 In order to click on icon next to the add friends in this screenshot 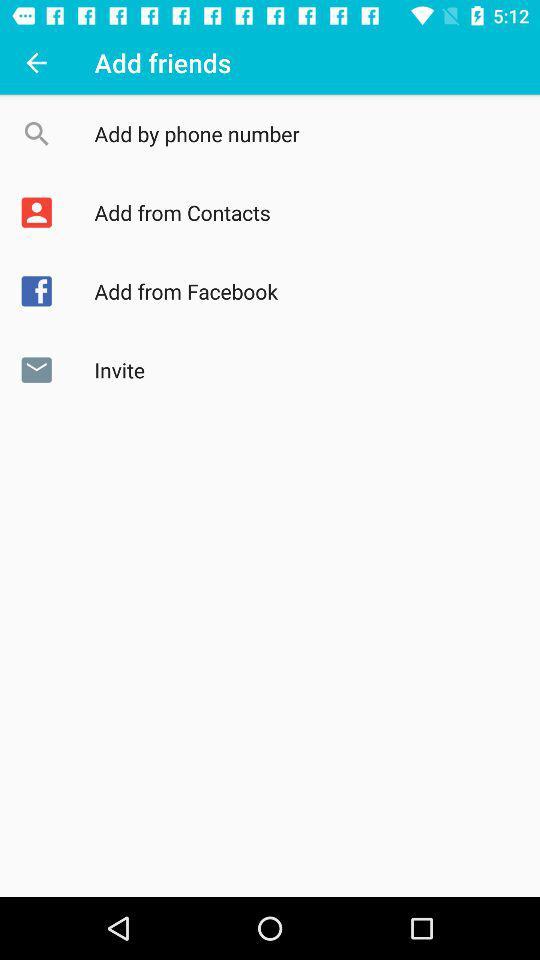, I will do `click(36, 62)`.